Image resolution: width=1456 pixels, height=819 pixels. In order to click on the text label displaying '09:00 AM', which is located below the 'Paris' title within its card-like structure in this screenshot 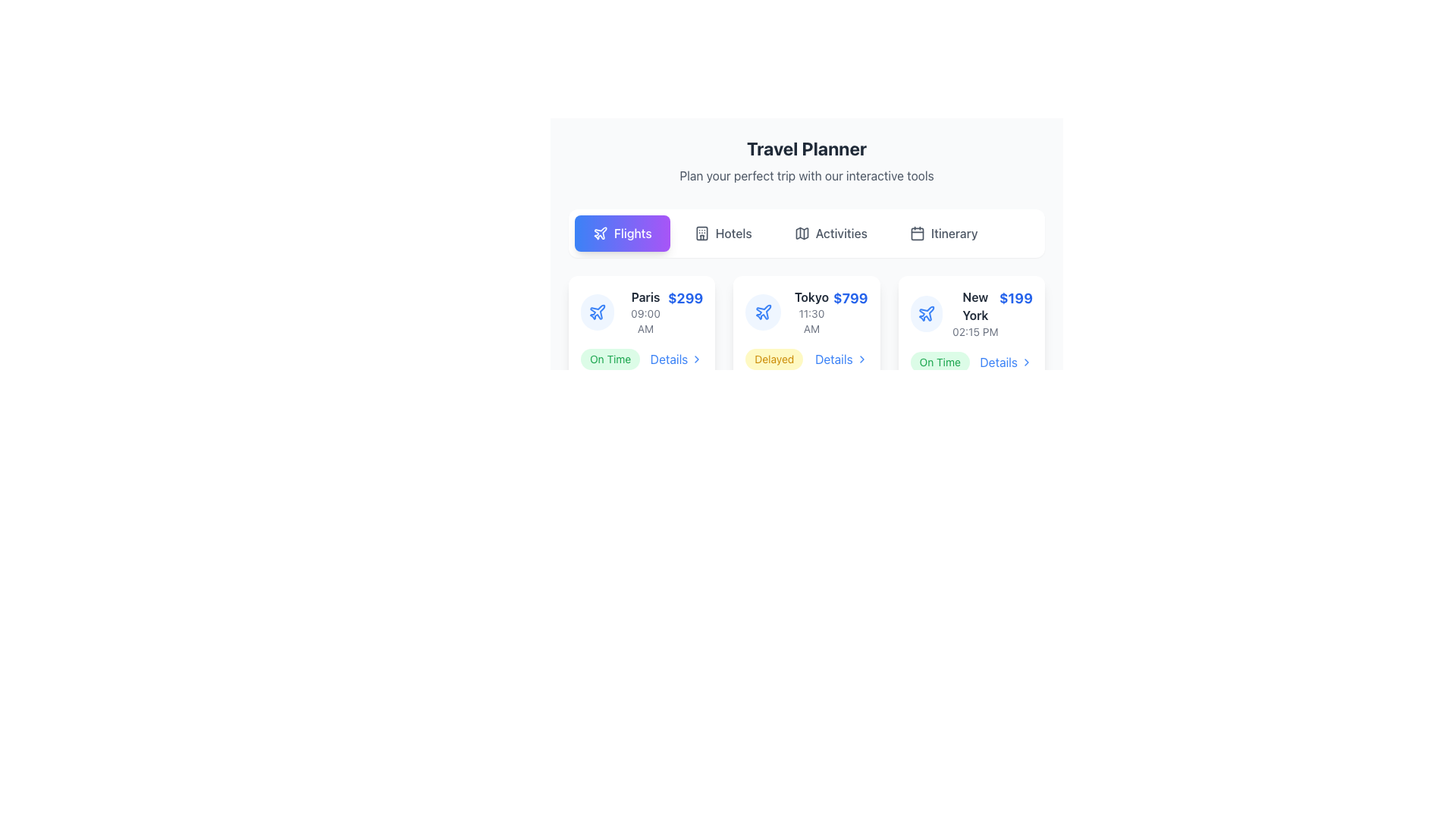, I will do `click(645, 321)`.